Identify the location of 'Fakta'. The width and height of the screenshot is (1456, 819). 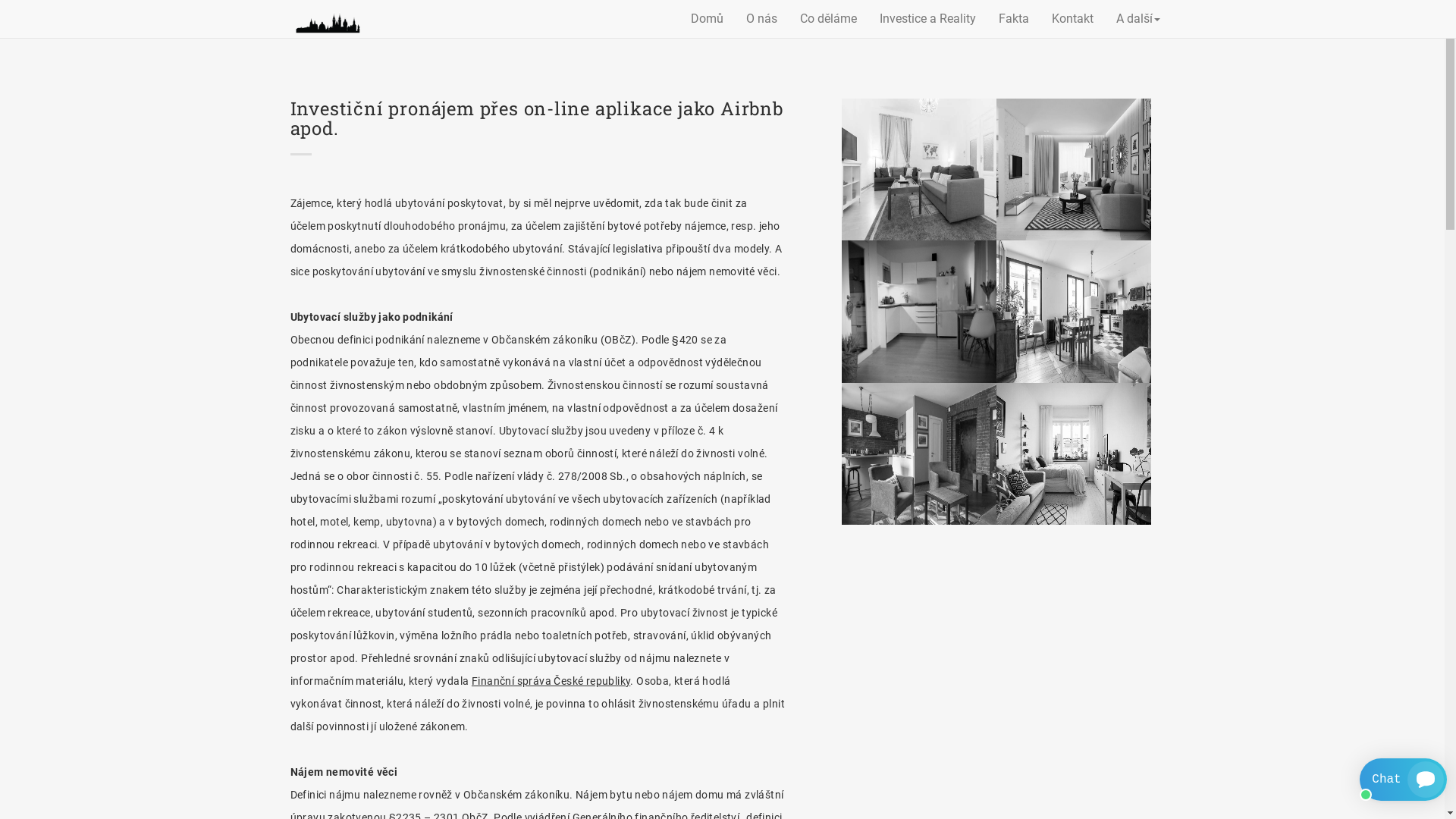
(1014, 18).